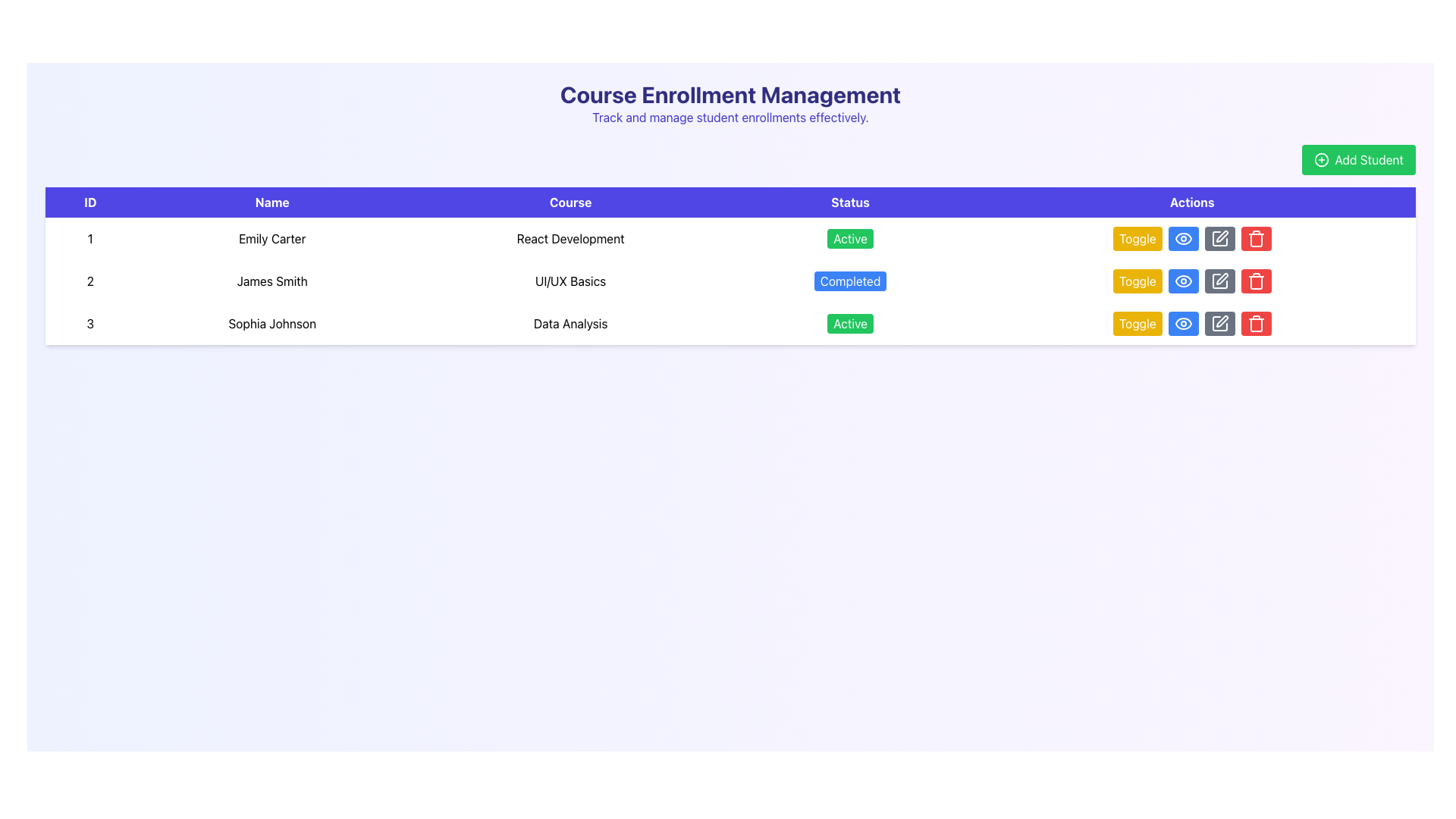 The height and width of the screenshot is (819, 1456). I want to click on the trash bin icon with a red background in the Actions column of the last row of the table, so click(1256, 323).